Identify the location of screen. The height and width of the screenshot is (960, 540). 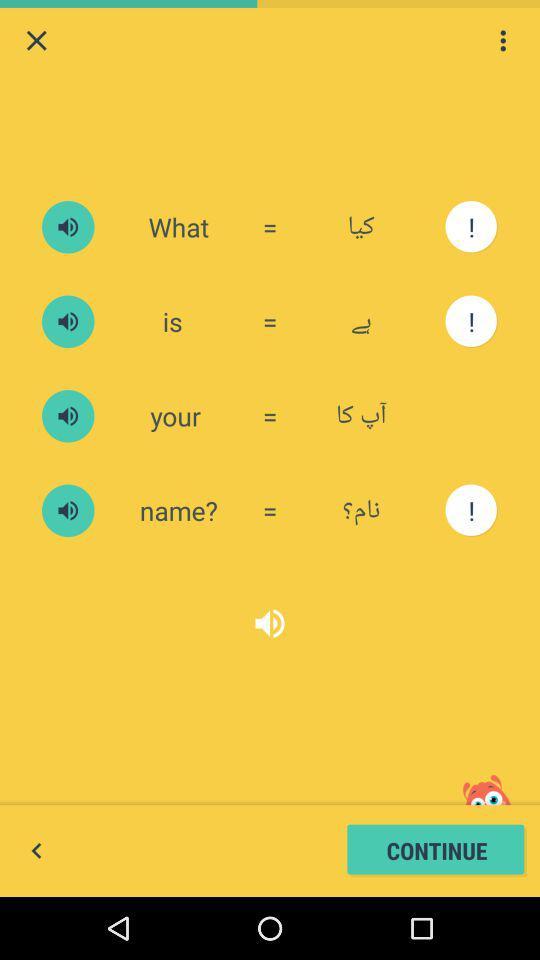
(36, 39).